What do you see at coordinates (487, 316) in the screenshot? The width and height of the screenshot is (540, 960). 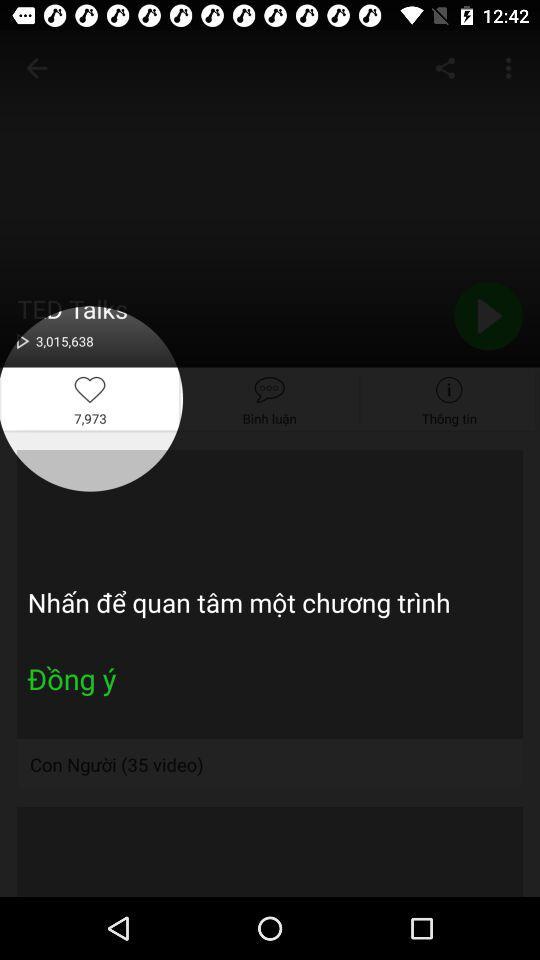 I see `the play icon` at bounding box center [487, 316].